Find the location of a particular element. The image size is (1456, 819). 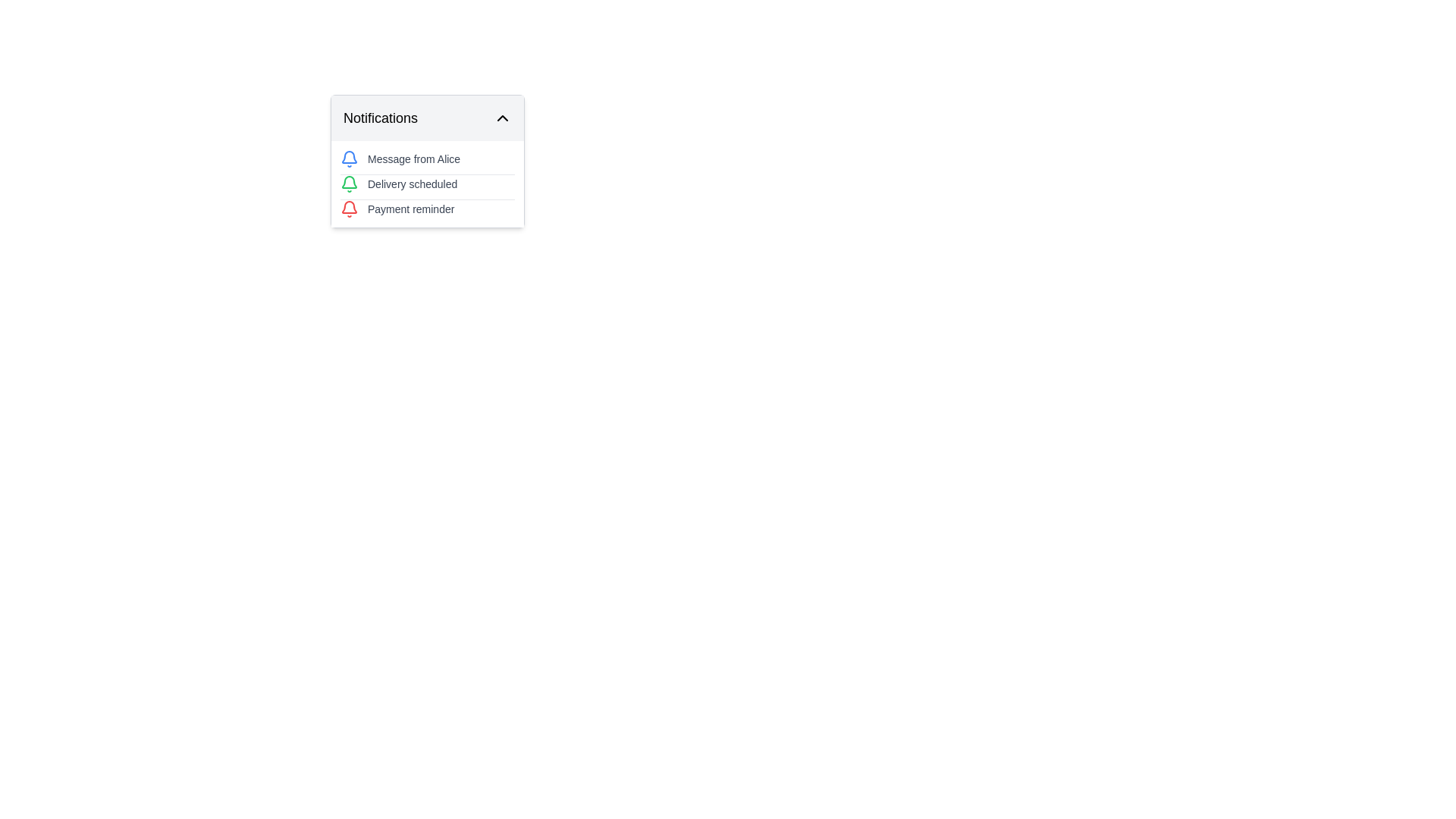

the notification icon located in the notification dropdown at the top-right corner of the interface is located at coordinates (348, 157).